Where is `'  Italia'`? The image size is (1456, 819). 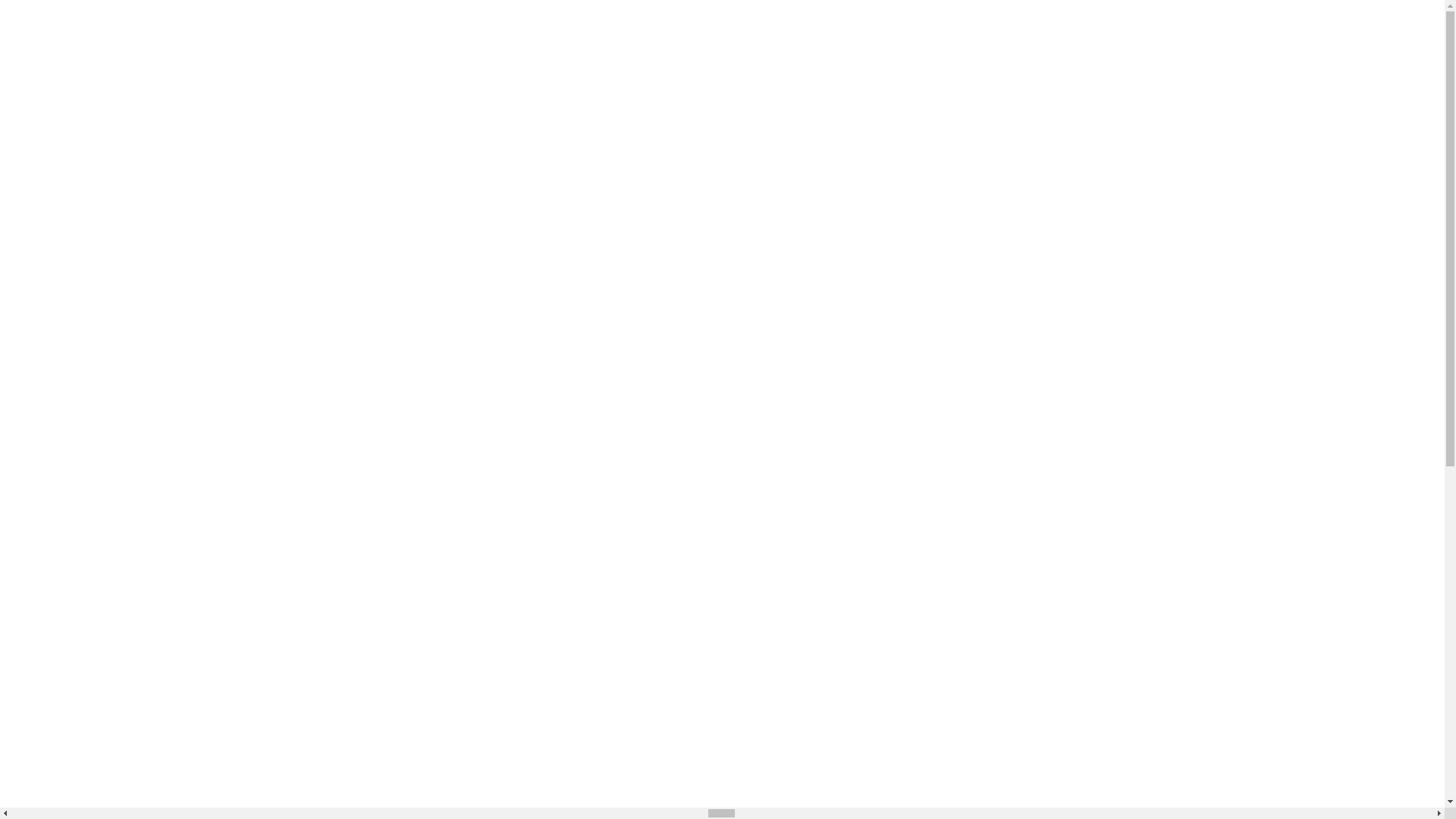 '  Italia' is located at coordinates (460, 291).